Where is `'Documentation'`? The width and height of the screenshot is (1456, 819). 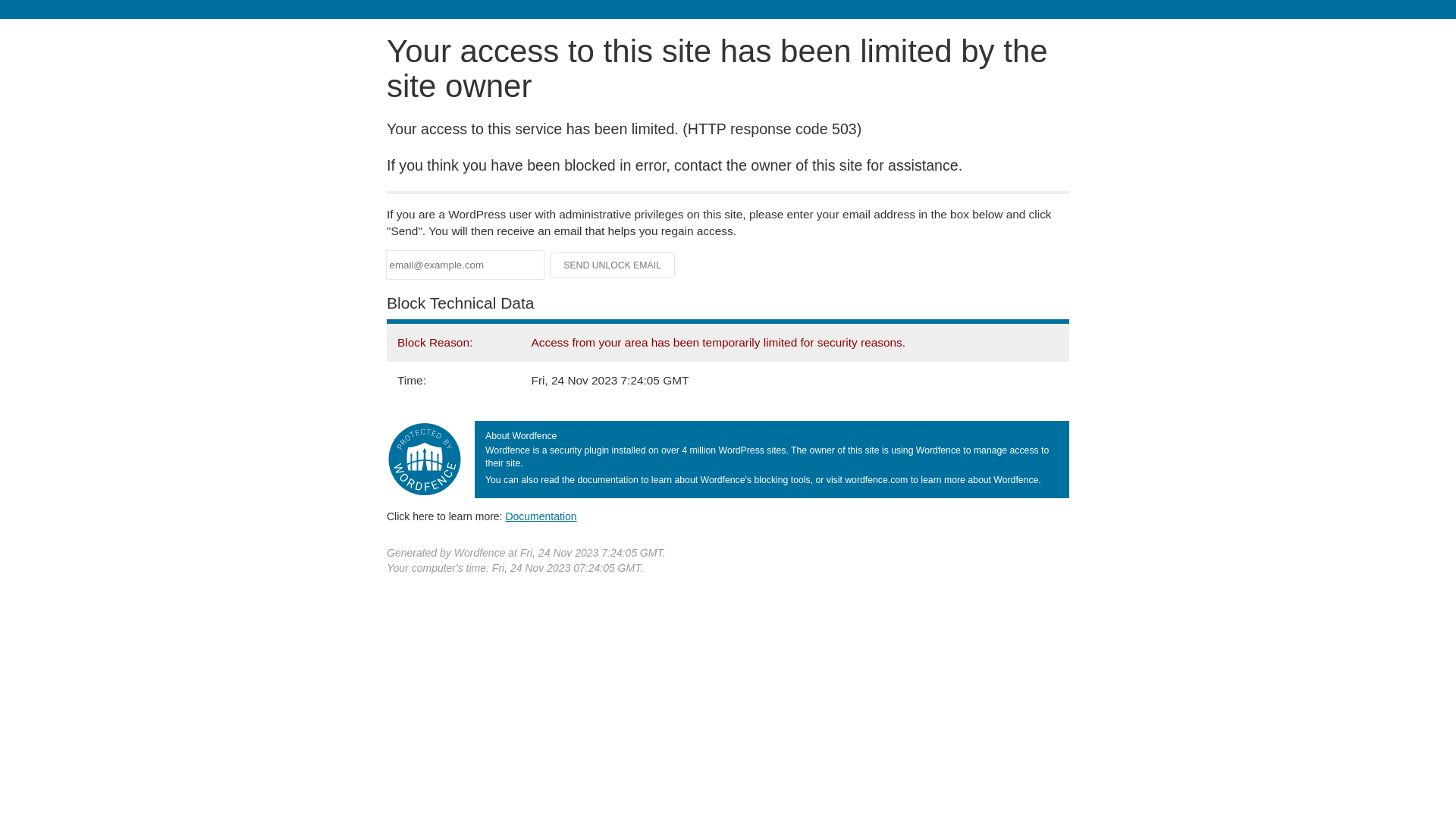
'Documentation' is located at coordinates (541, 516).